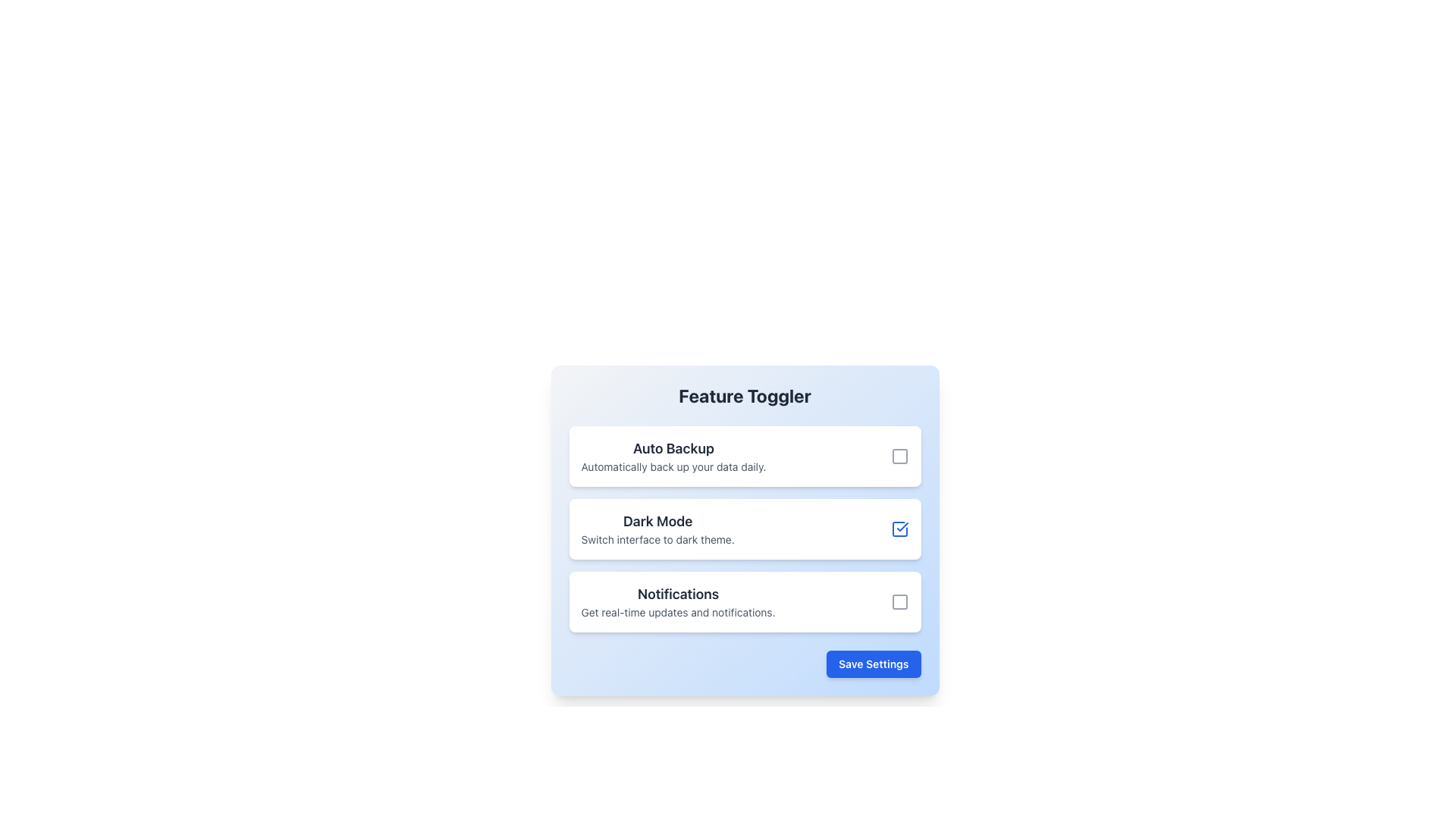  I want to click on the checkbox with a blue border and white background located in the 'Dark Mode' section of the 'Feature Toggles' interface, so click(899, 529).